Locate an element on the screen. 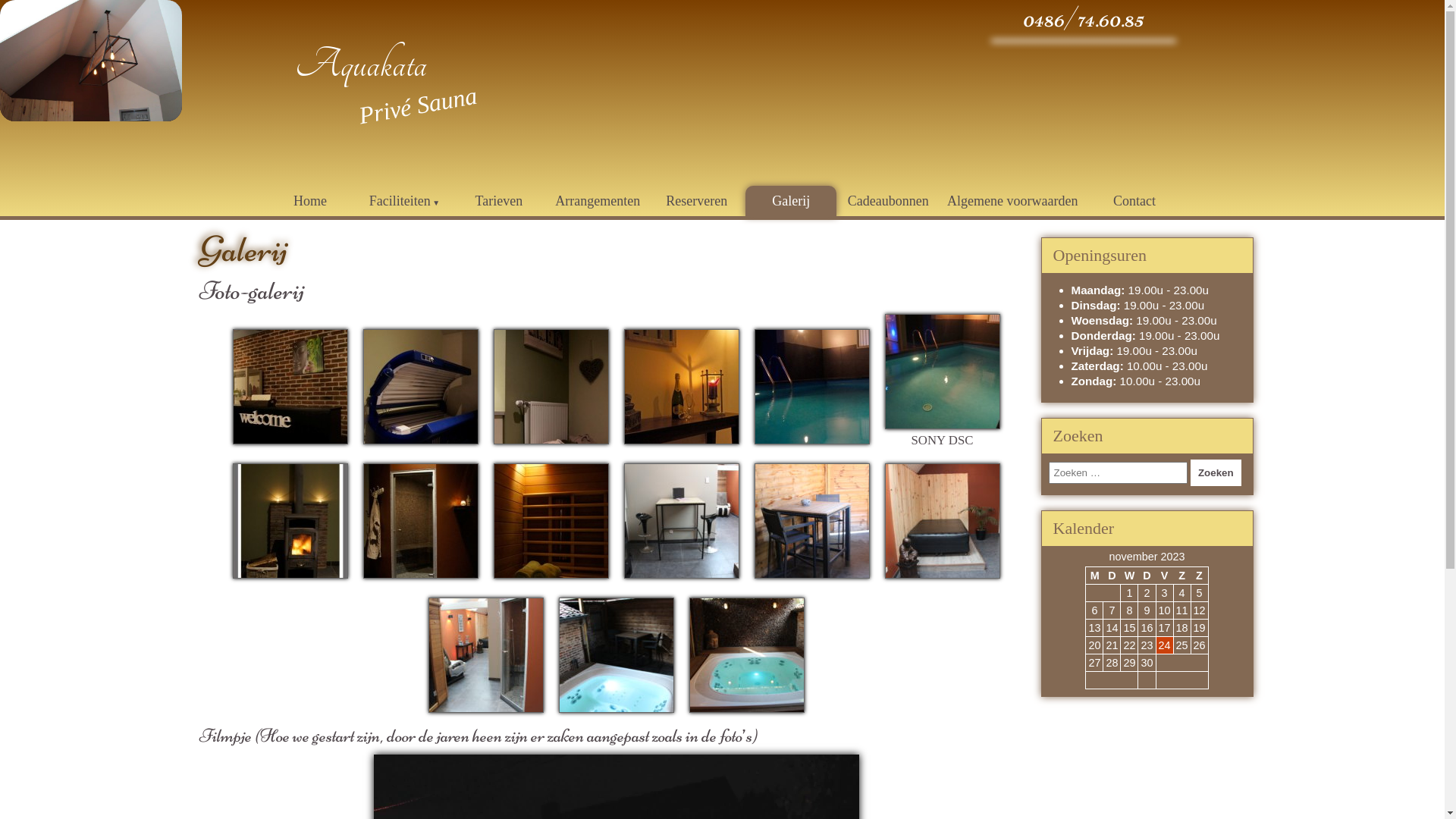 This screenshot has height=819, width=1456. 'Galerij' is located at coordinates (789, 200).